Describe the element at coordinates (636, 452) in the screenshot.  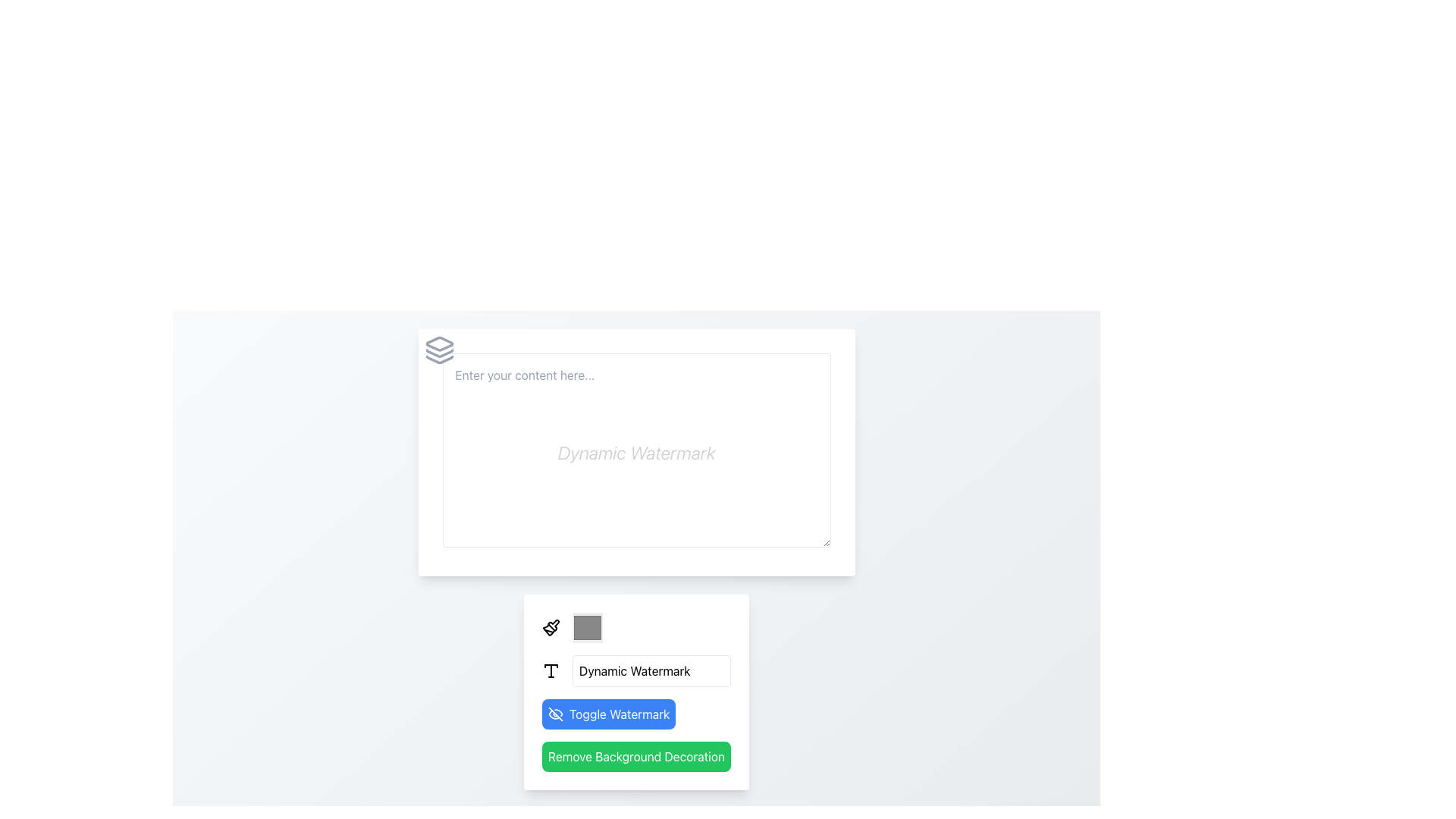
I see `the styled text area field that displays the 'Dynamic Watermark' hint` at that location.